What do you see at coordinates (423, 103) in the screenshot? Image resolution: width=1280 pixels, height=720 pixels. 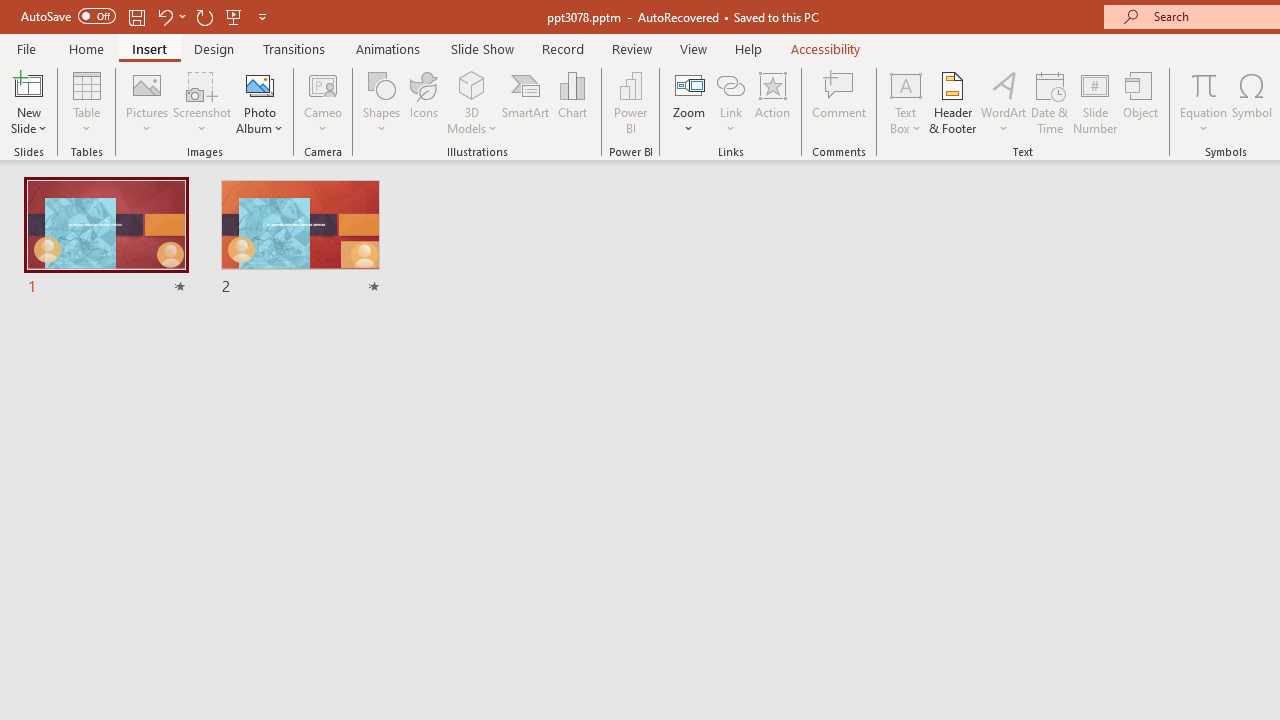 I see `'Icons'` at bounding box center [423, 103].